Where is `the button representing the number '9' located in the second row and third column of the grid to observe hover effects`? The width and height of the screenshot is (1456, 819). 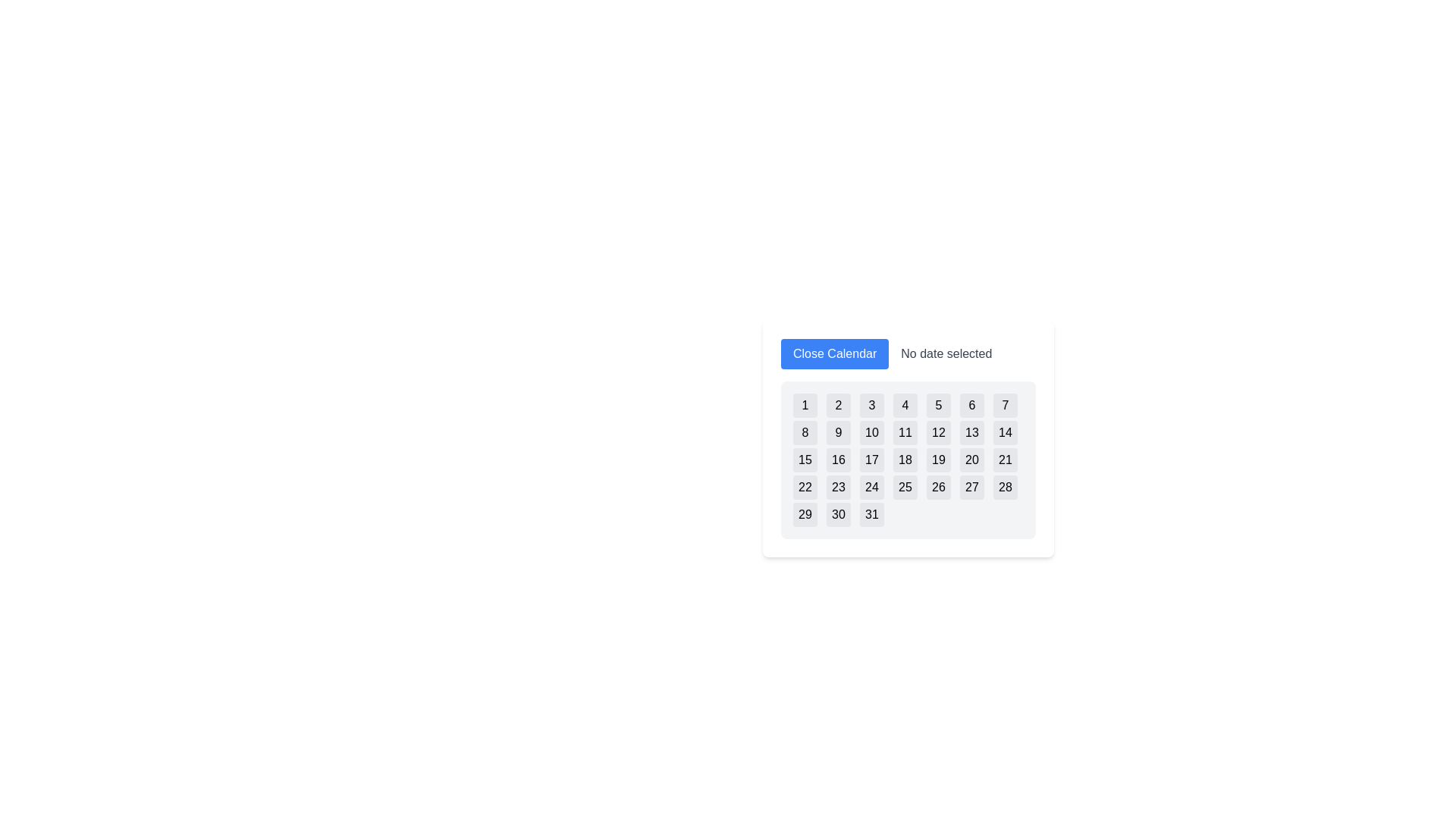 the button representing the number '9' located in the second row and third column of the grid to observe hover effects is located at coordinates (837, 432).